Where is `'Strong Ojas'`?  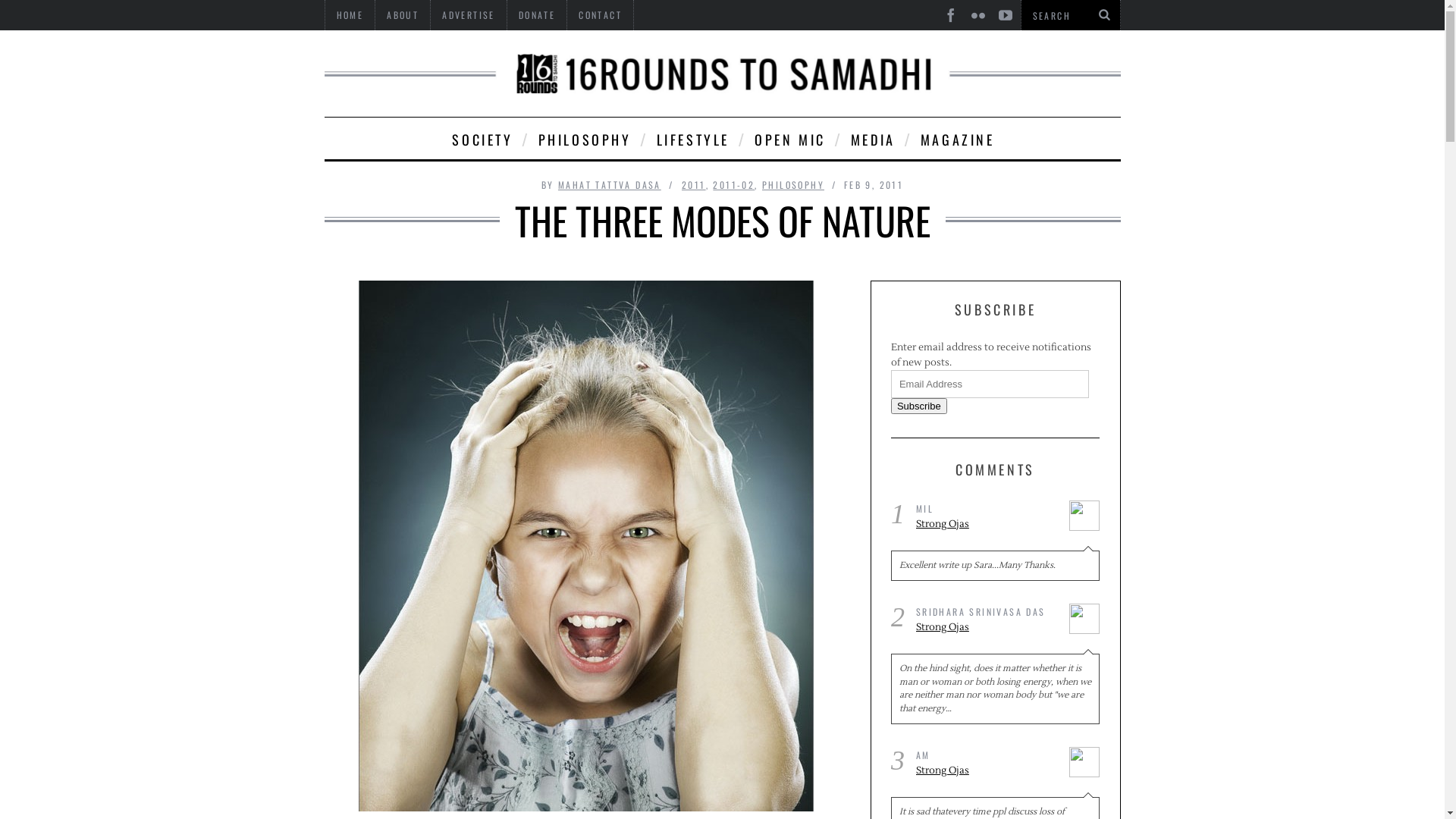 'Strong Ojas' is located at coordinates (987, 771).